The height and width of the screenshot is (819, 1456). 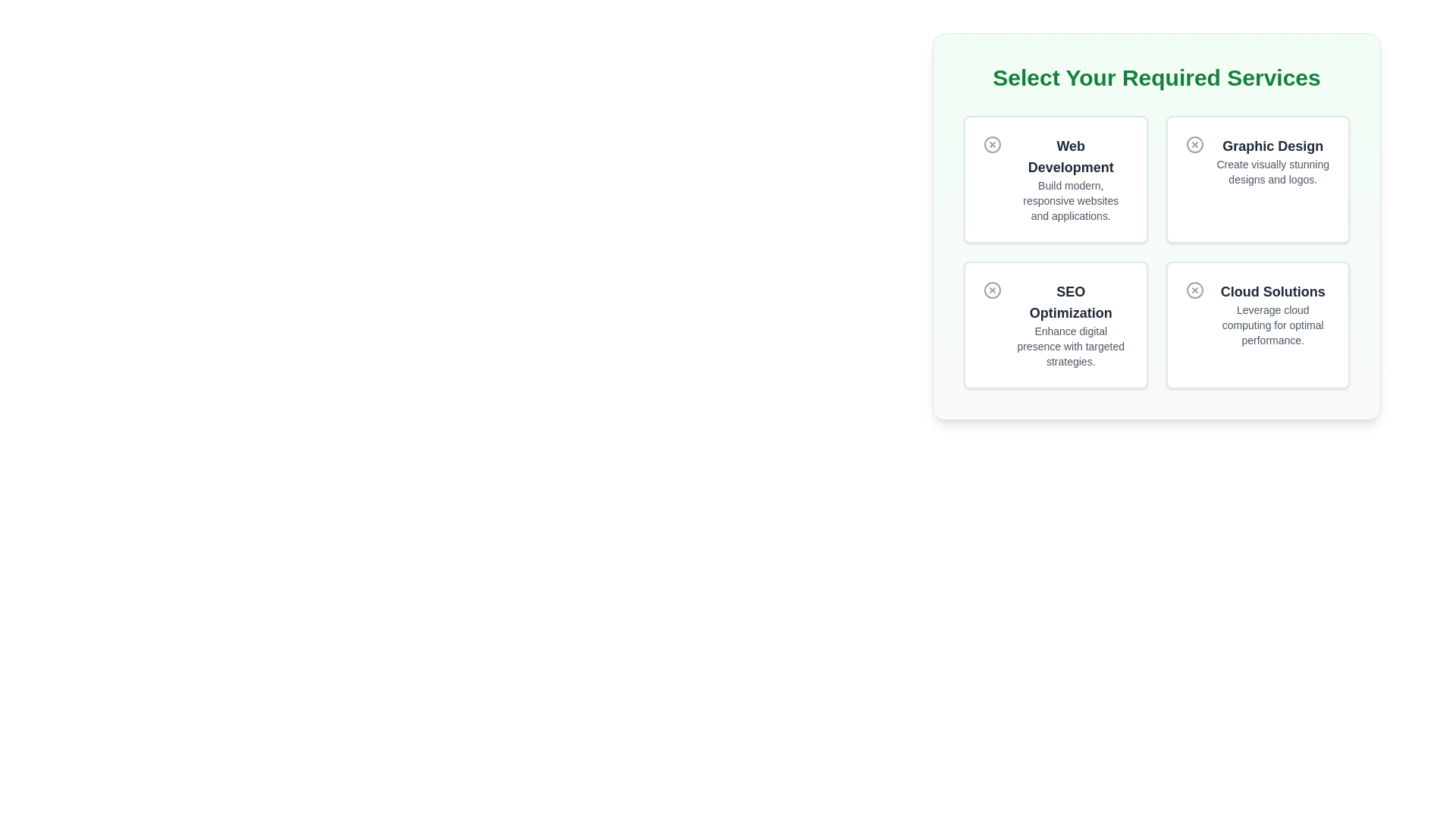 What do you see at coordinates (993, 145) in the screenshot?
I see `the close icon button located in the top-left corner of the 'Web Development' card to observe the hover effect` at bounding box center [993, 145].